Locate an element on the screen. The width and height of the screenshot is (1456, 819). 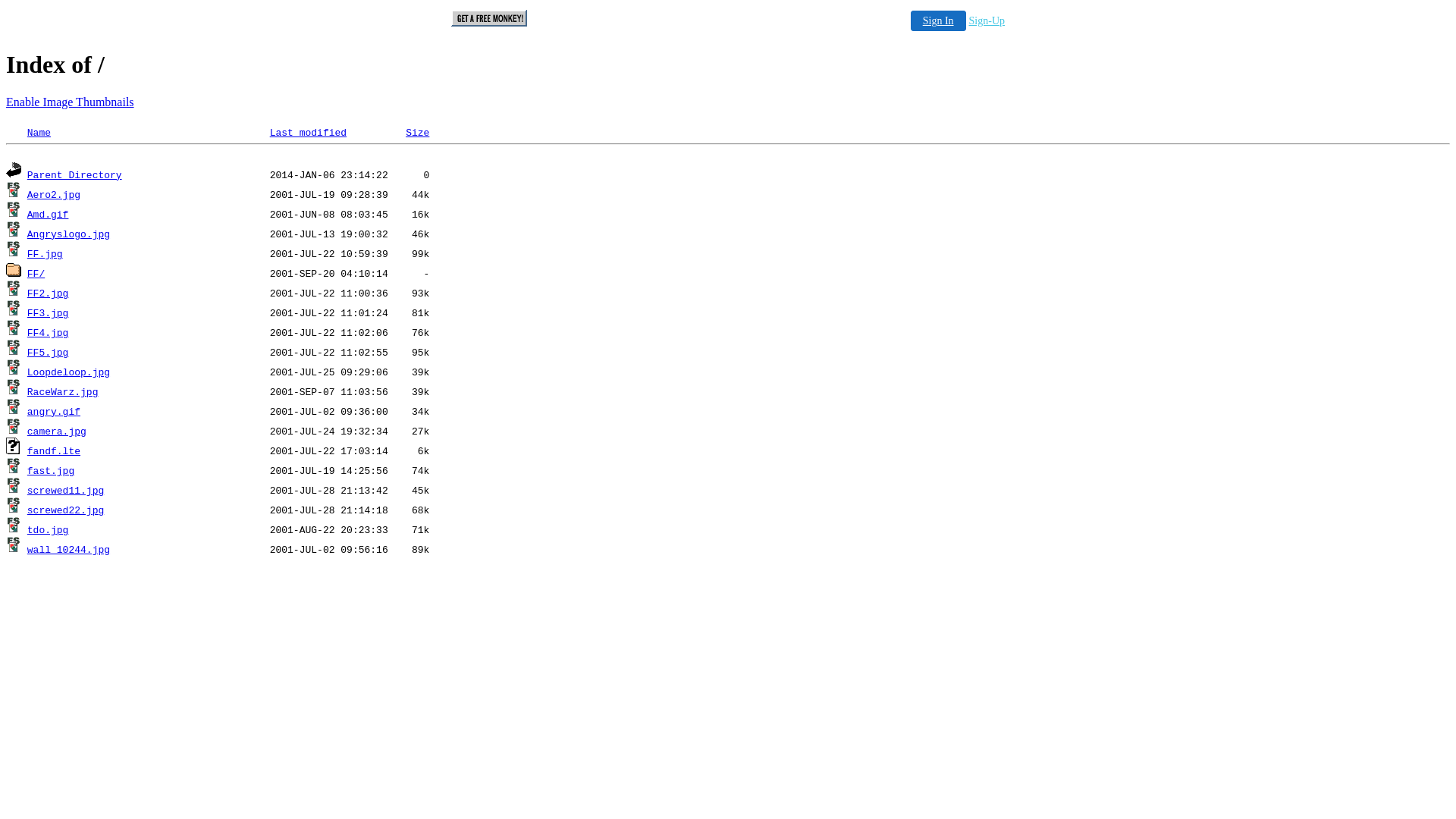
'screwed11.jpg' is located at coordinates (64, 491).